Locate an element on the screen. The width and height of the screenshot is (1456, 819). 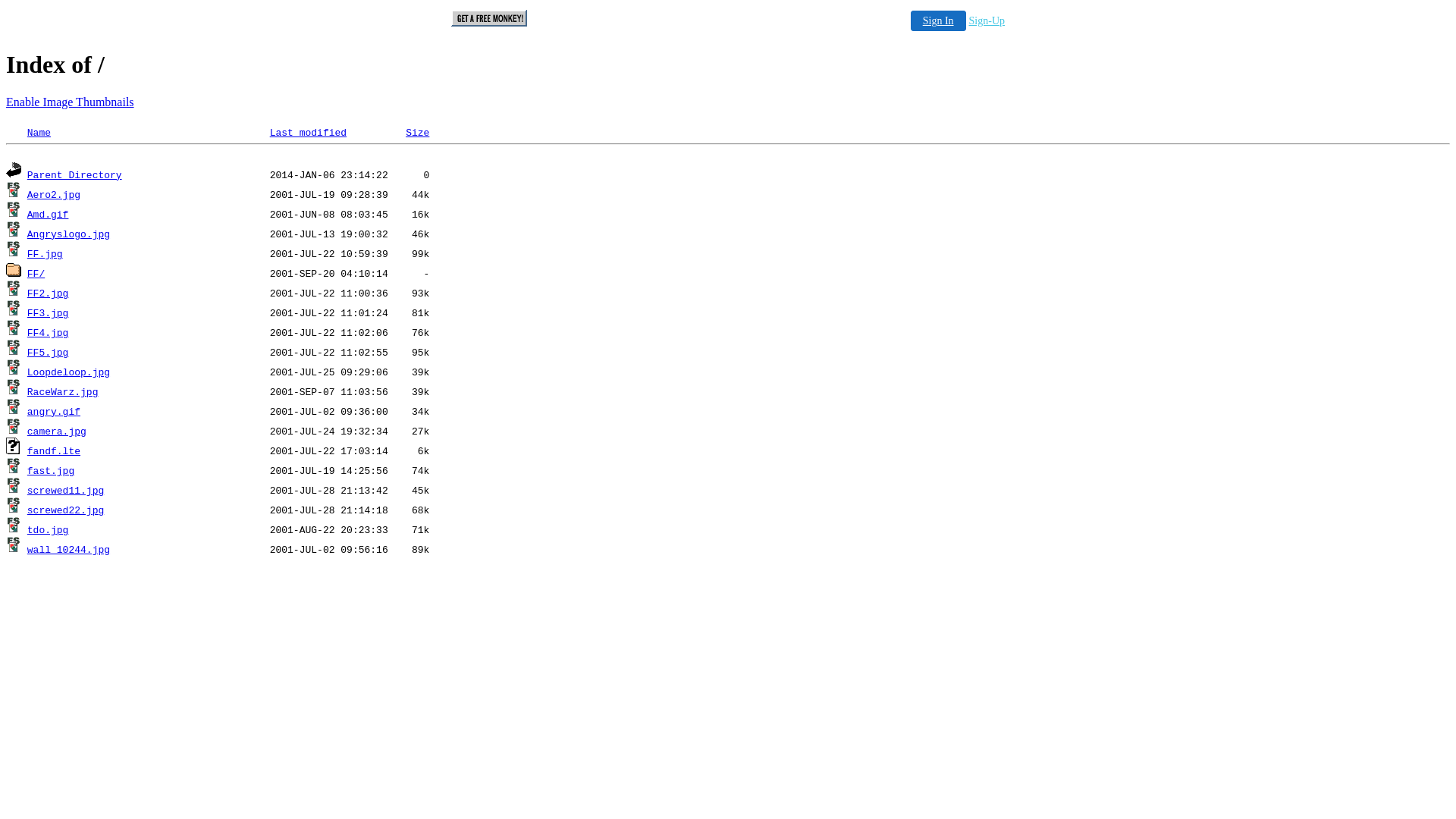
'screwed11.jpg' is located at coordinates (64, 491).